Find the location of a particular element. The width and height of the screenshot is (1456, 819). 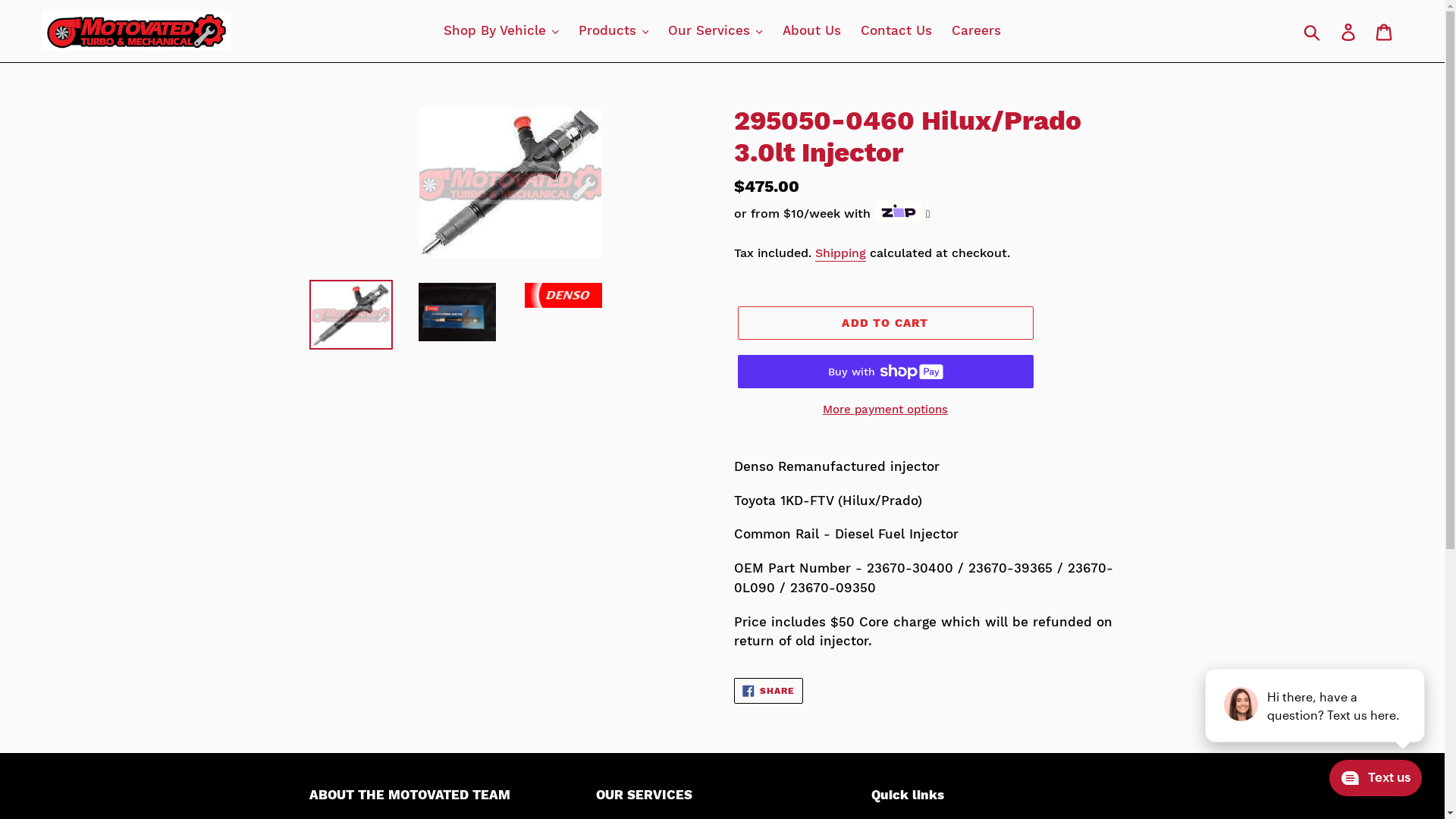

'Cart' is located at coordinates (1385, 31).